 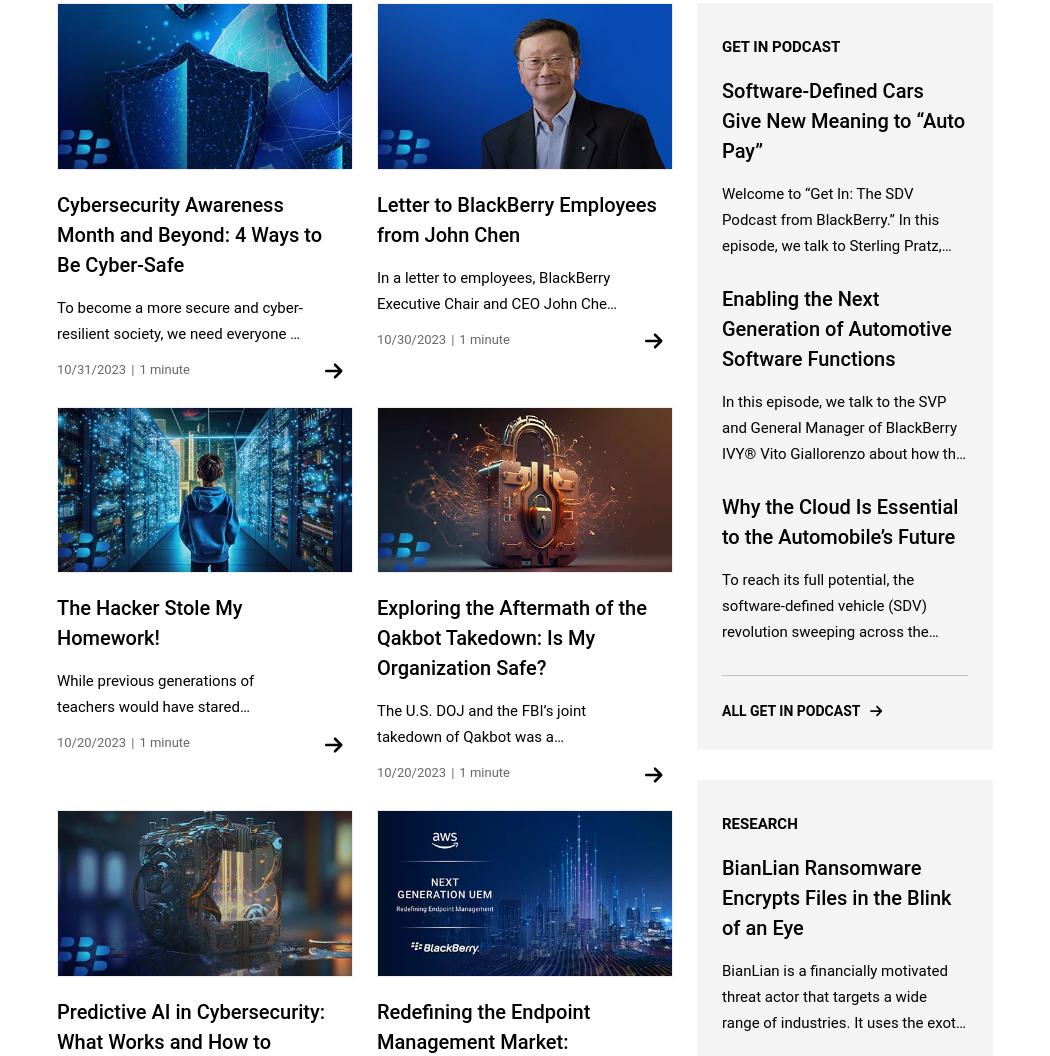 I want to click on 'Privacy Policy', so click(x=734, y=764).